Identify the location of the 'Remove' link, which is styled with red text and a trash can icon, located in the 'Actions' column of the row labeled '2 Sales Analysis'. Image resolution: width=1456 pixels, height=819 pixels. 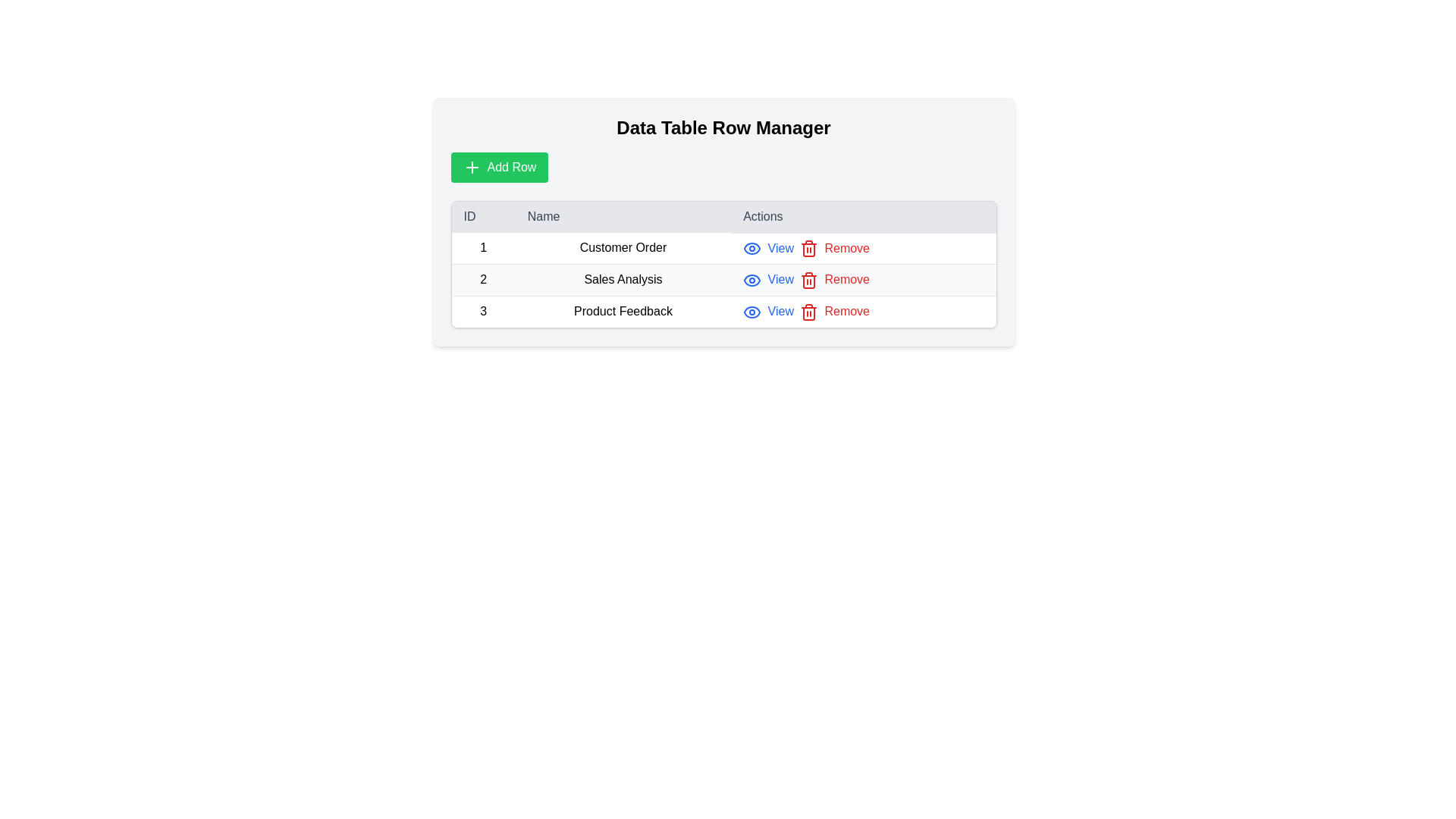
(863, 280).